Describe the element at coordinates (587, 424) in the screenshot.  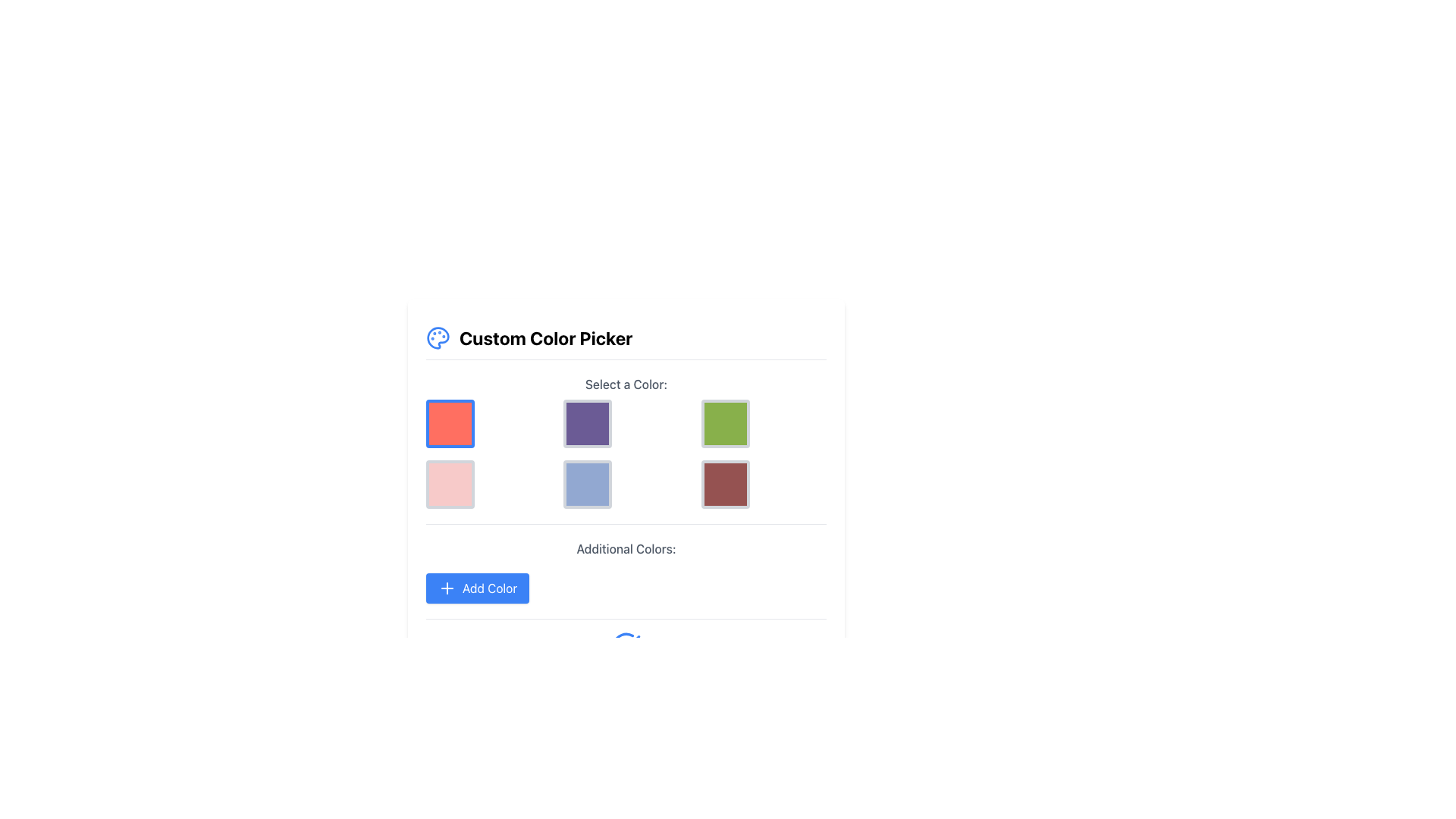
I see `the Selectable Color Box with a purple background, located in the middle item of the top row in a 3x2 grid layout, directly below the 'Select a Color' heading` at that location.